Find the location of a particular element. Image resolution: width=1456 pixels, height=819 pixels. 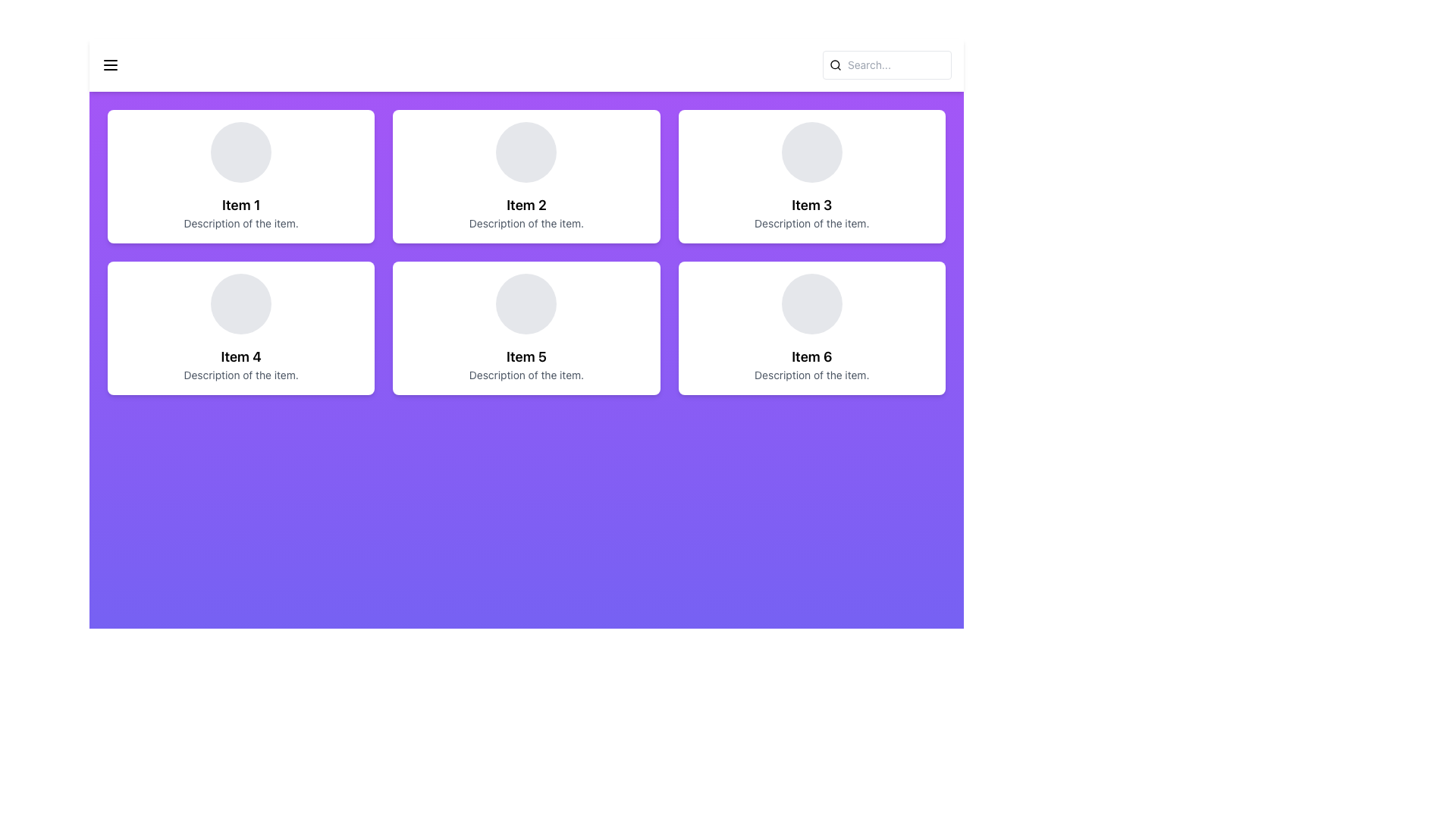

the textual description element for 'Item 5' located in the second row, second column of the 2x3 grid layout is located at coordinates (526, 375).